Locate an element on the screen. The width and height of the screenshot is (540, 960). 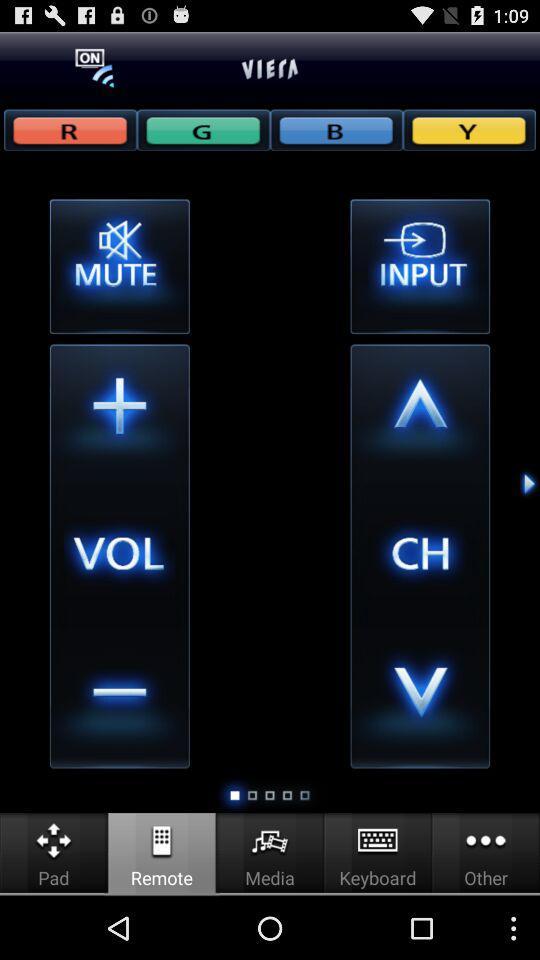
mute or unmute box is located at coordinates (119, 265).